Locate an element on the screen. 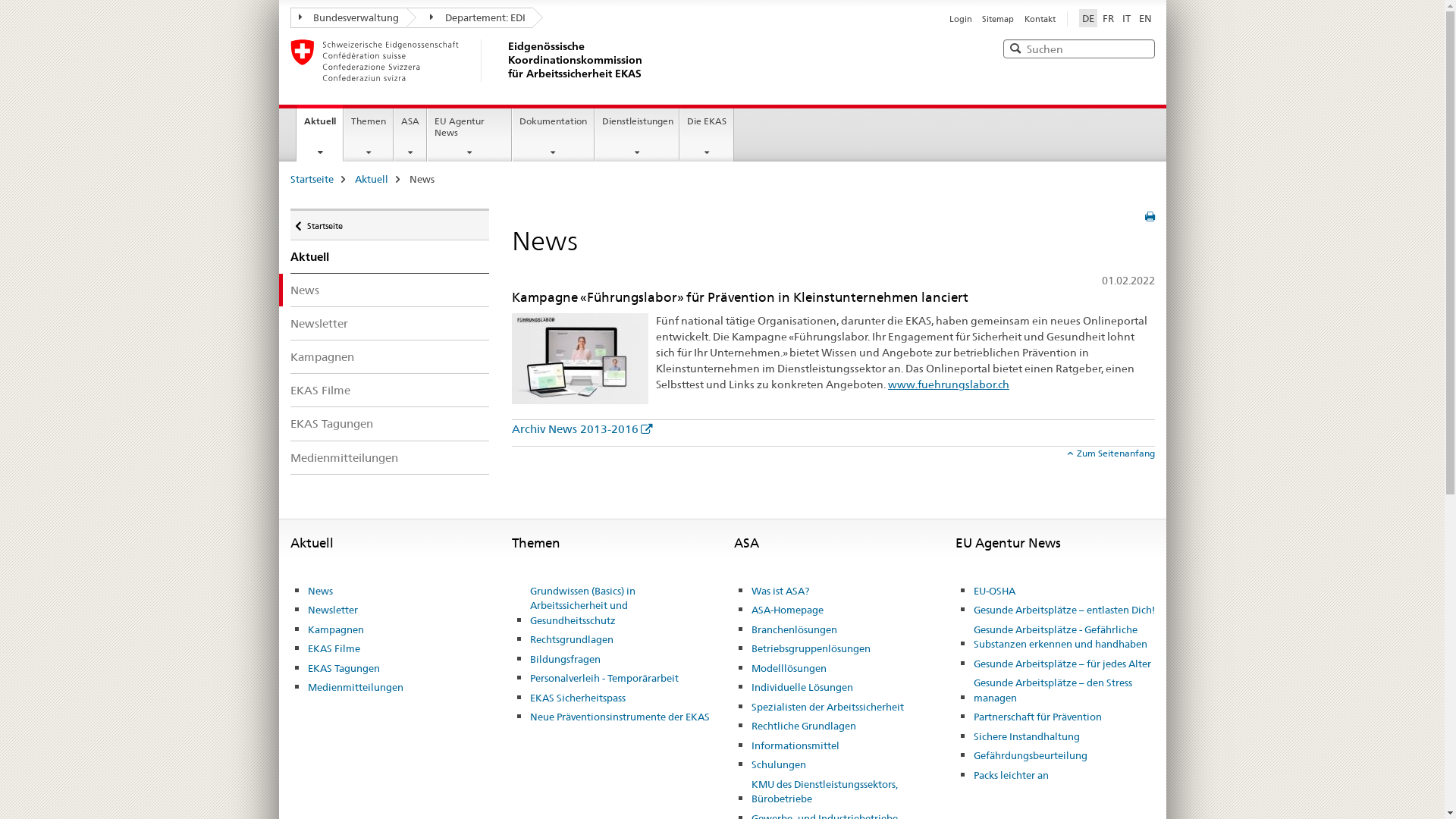  'EKAS Tagungen' is located at coordinates (290, 423).